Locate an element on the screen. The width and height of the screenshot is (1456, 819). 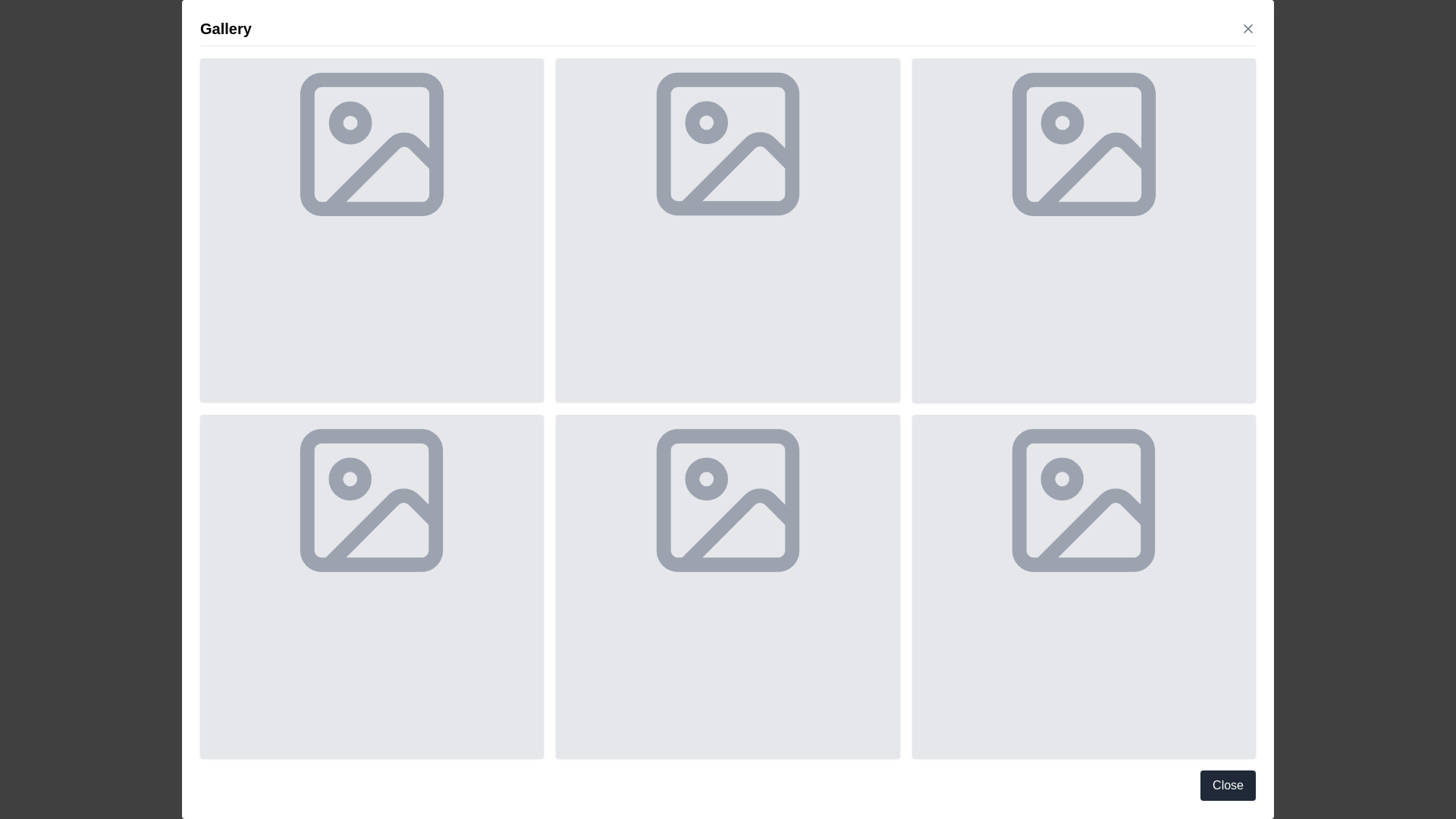
the small rectangle graphic element located in the top-left corner of the image placeholder icon within the first row and first column of the grid layout is located at coordinates (372, 144).